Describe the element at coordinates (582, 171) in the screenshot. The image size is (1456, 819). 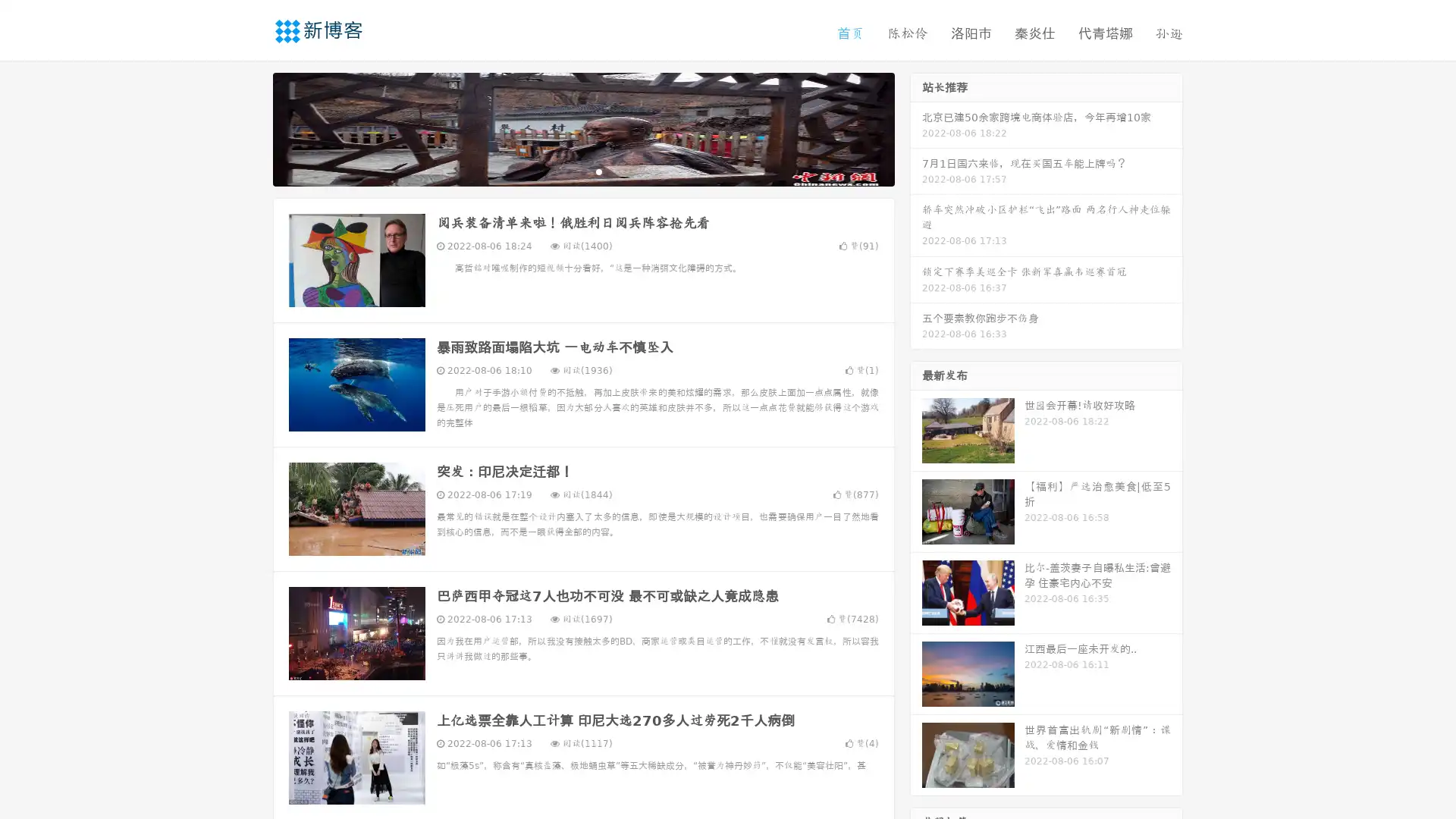
I see `Go to slide 2` at that location.